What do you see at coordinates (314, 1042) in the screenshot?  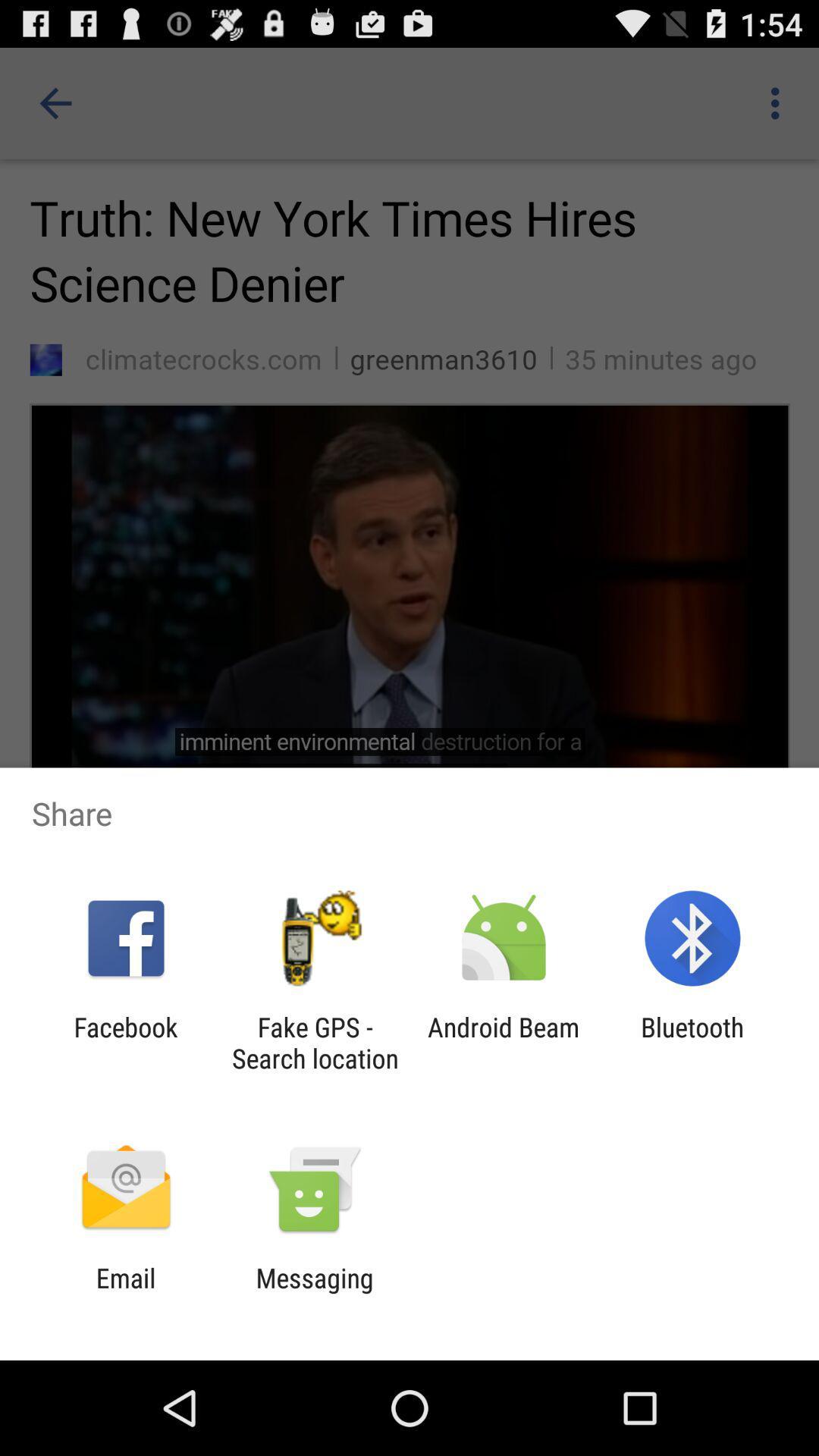 I see `the fake gps search` at bounding box center [314, 1042].